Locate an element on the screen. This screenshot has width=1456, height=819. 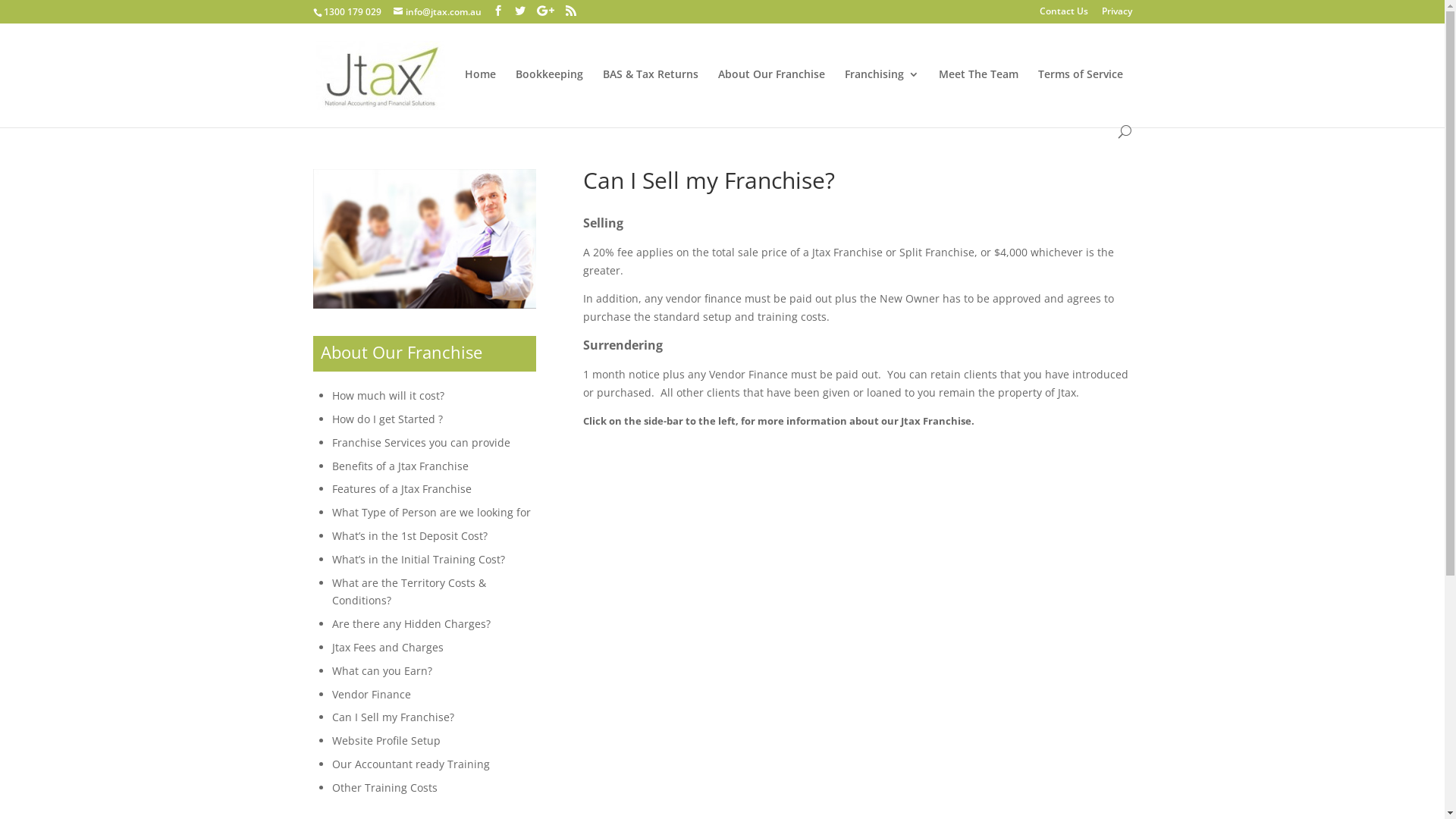
'Website Profile Setup' is located at coordinates (386, 739).